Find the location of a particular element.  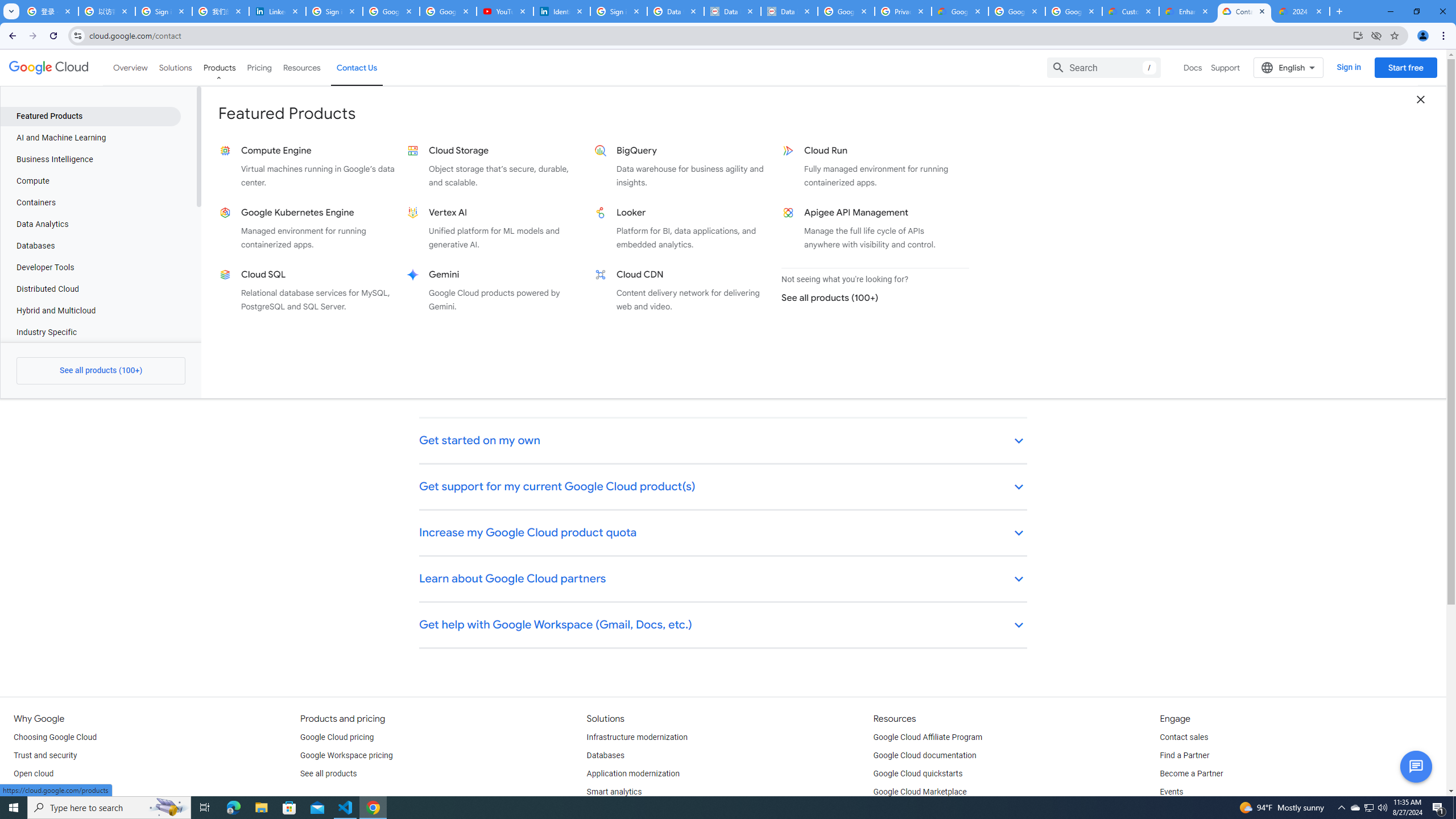

'Vertex AI Unified platform for ML models and generative AI.' is located at coordinates (495, 228).